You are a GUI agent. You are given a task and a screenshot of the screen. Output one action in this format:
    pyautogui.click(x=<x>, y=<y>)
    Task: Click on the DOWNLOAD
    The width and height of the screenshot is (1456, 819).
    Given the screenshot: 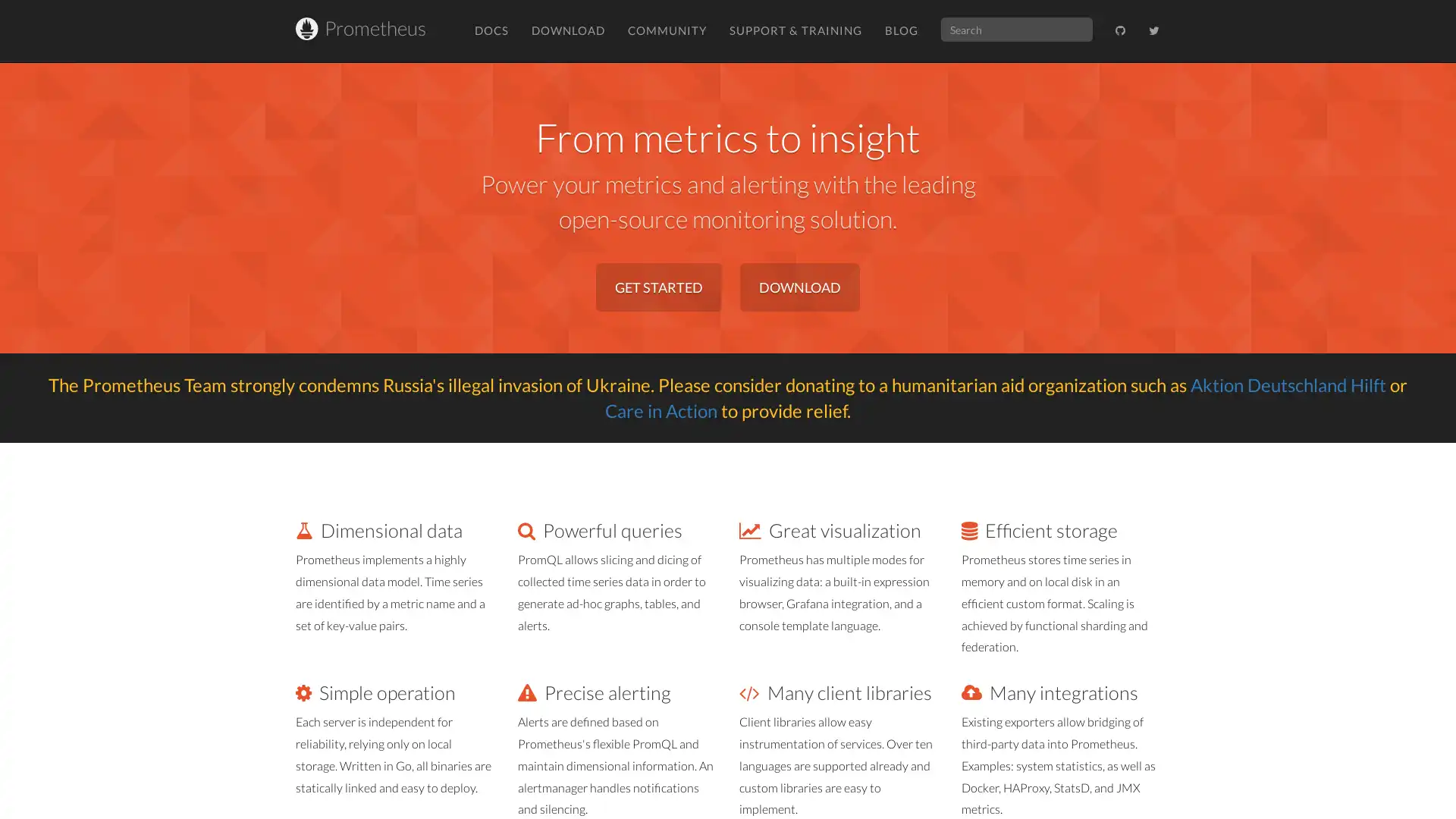 What is the action you would take?
    pyautogui.click(x=799, y=287)
    